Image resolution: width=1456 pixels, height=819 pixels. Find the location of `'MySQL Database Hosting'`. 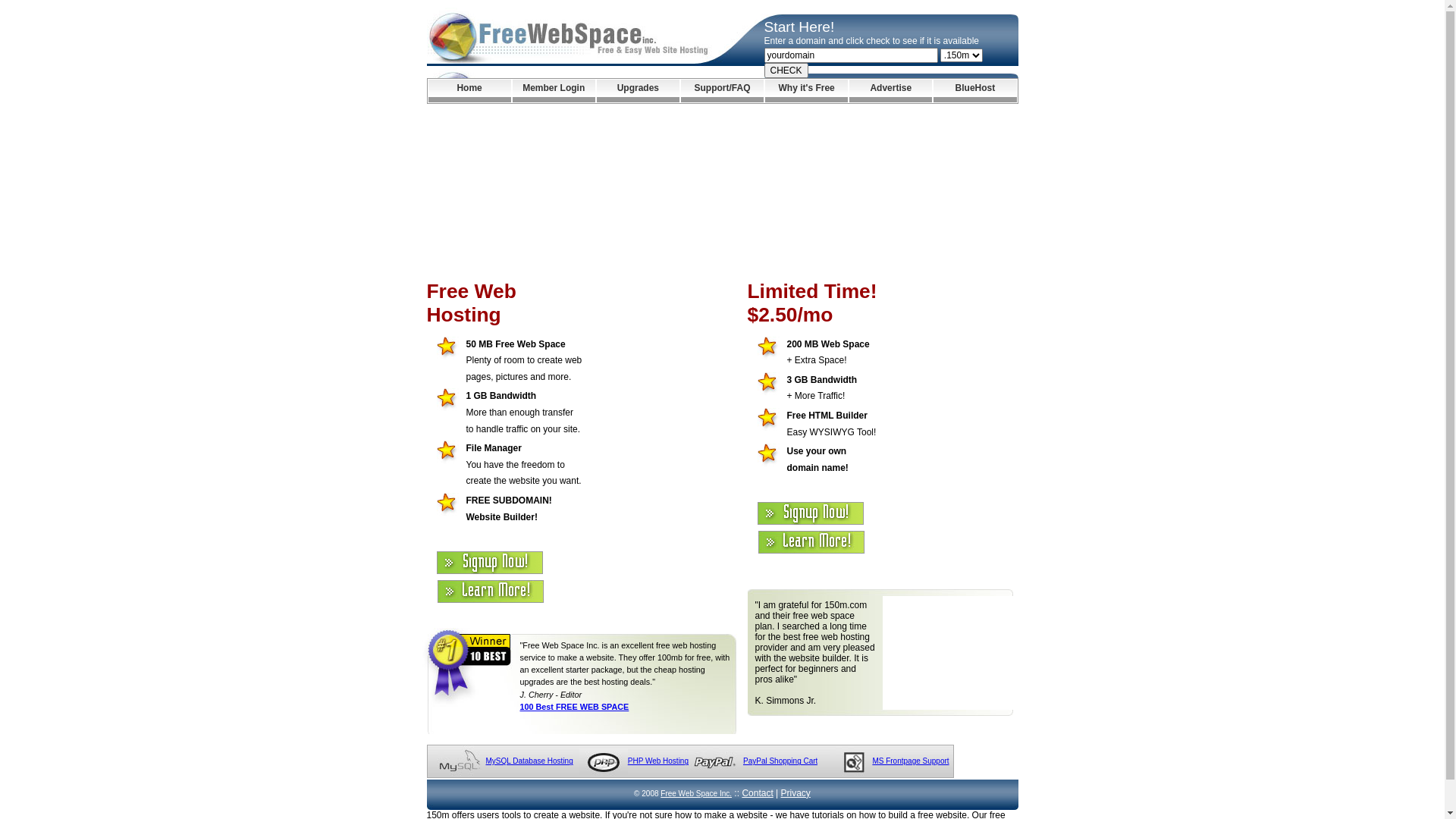

'MySQL Database Hosting' is located at coordinates (484, 761).